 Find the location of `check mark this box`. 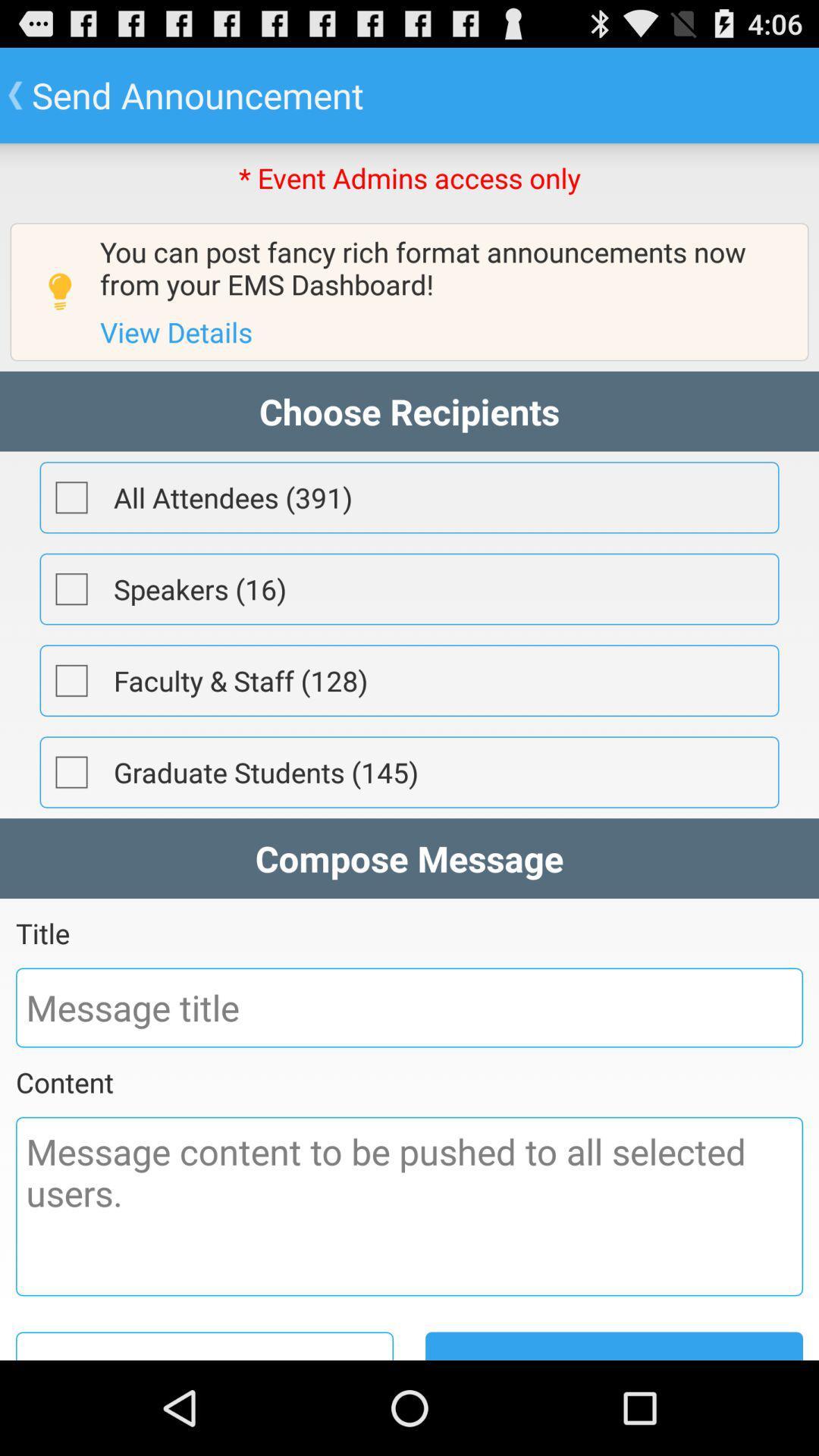

check mark this box is located at coordinates (71, 497).